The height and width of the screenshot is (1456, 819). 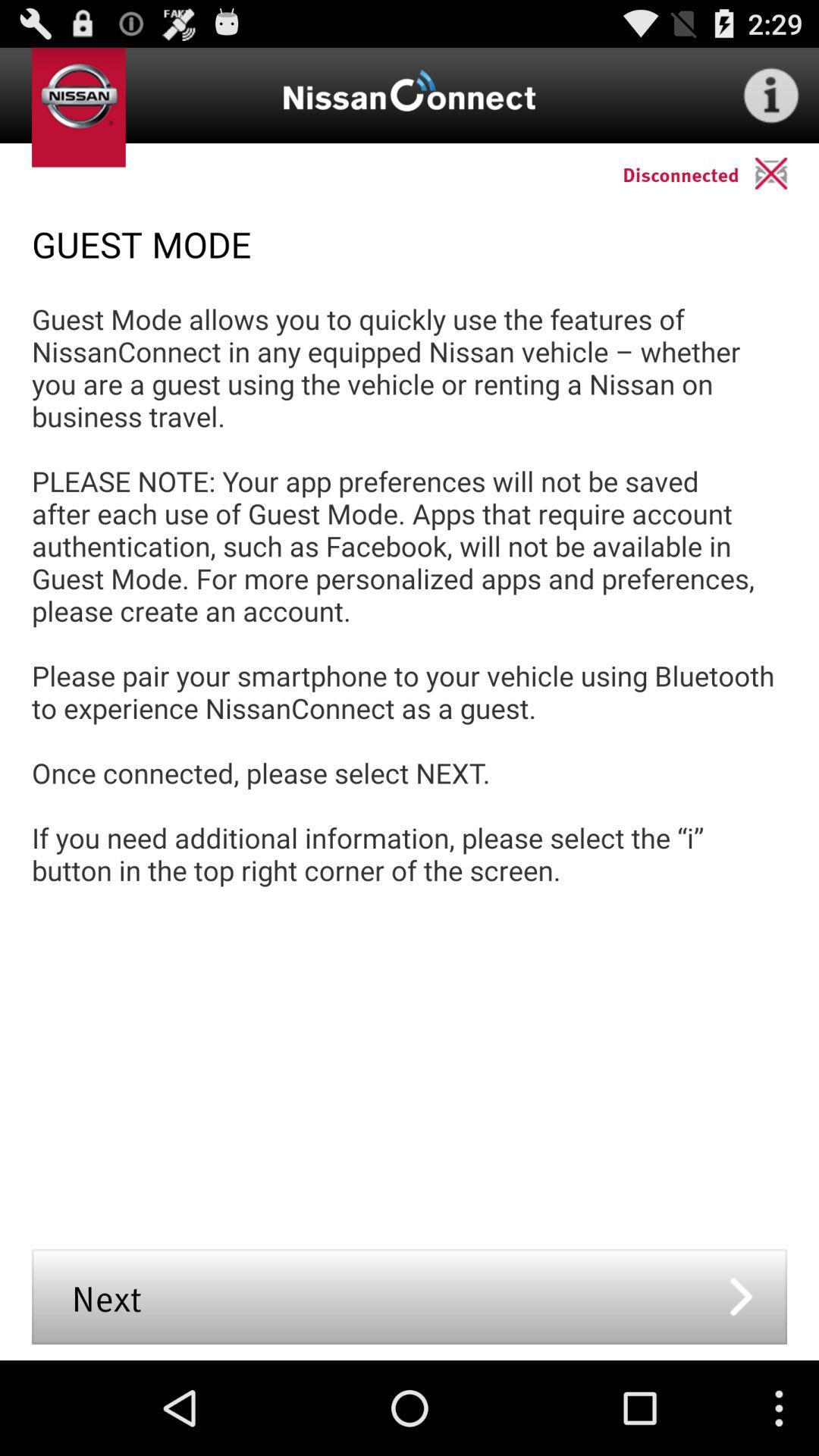 I want to click on the app above guest mode app, so click(x=786, y=173).